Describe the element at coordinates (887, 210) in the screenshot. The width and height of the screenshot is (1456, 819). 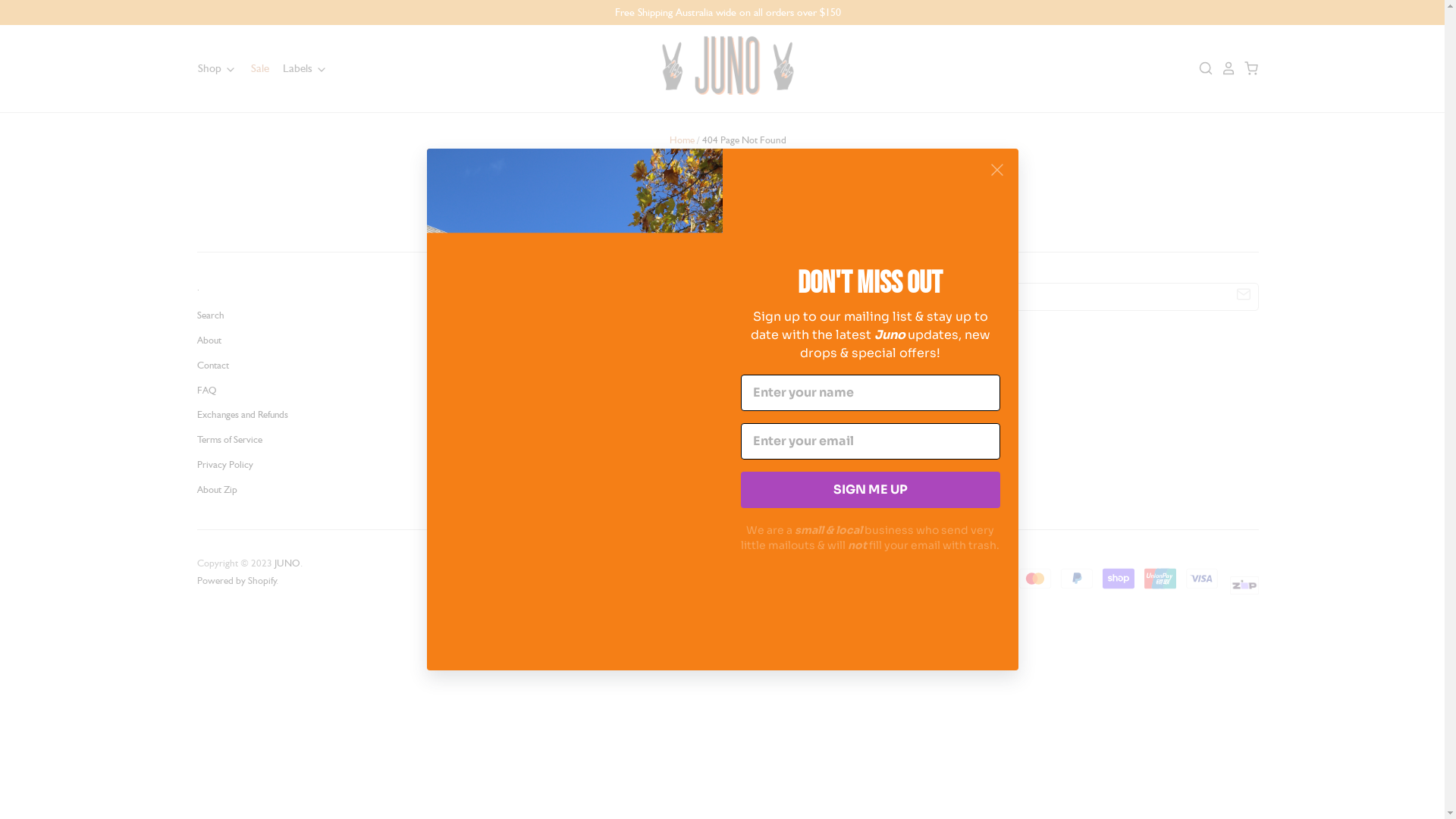
I see `'products'` at that location.